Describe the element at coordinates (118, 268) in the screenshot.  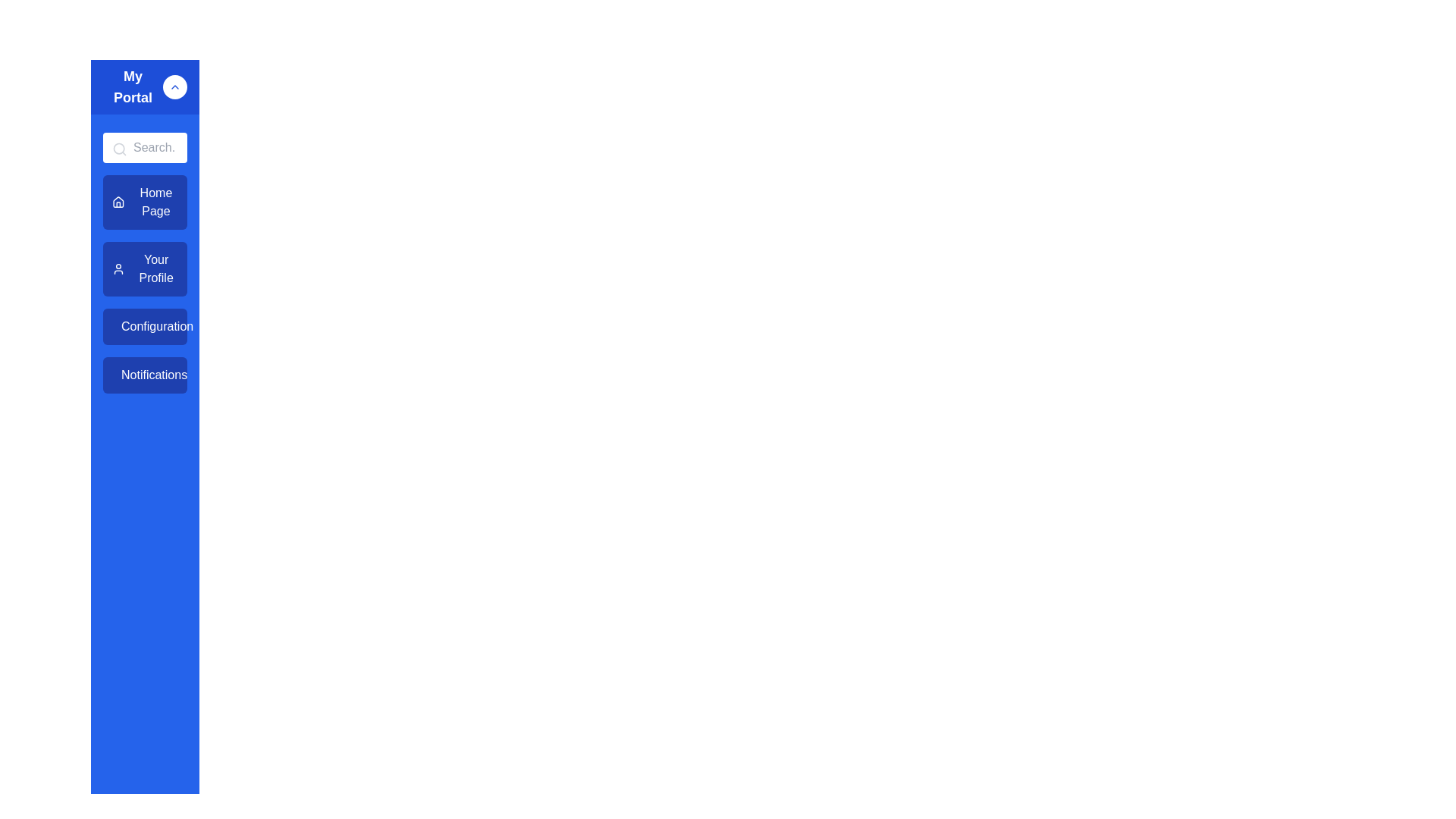
I see `the 'Your Profile' button located in the left sidebar, which features a user profile icon with a circular head and curved body` at that location.